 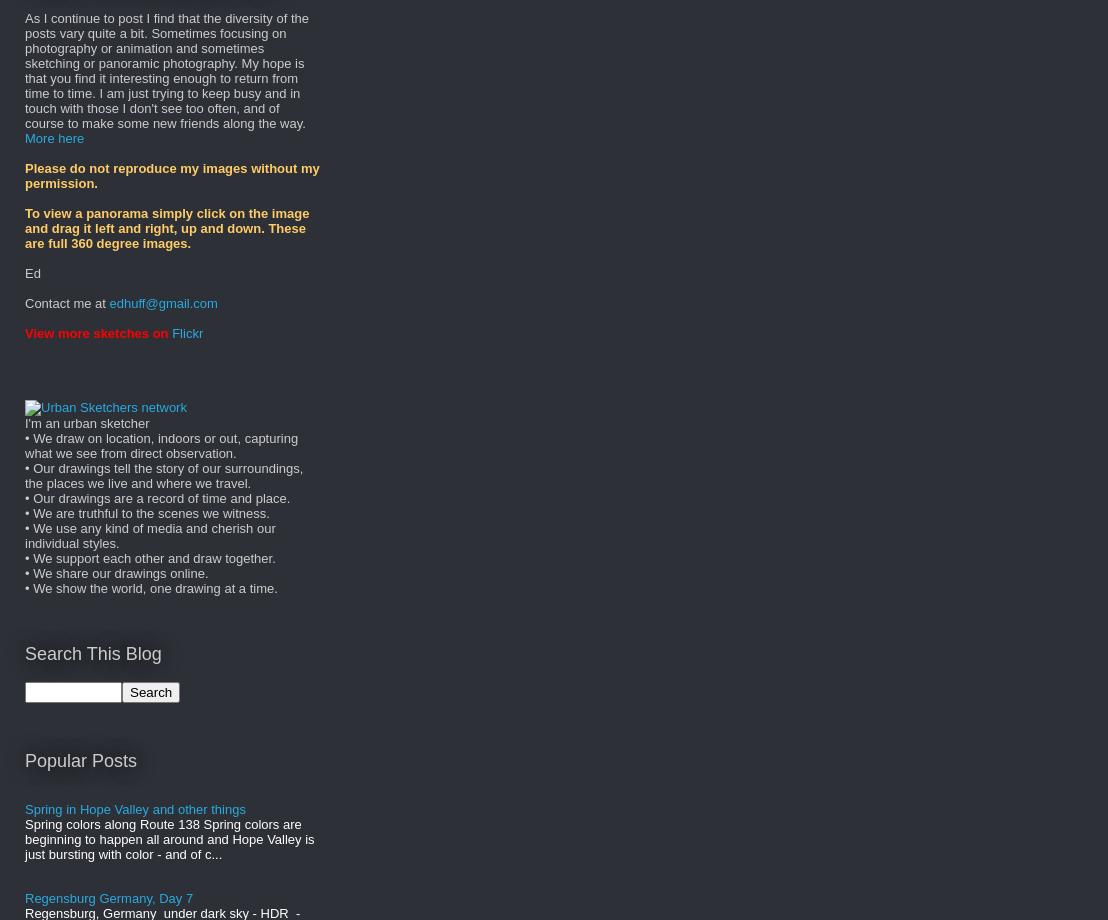 What do you see at coordinates (109, 897) in the screenshot?
I see `'Regensburg Germany, Day 7'` at bounding box center [109, 897].